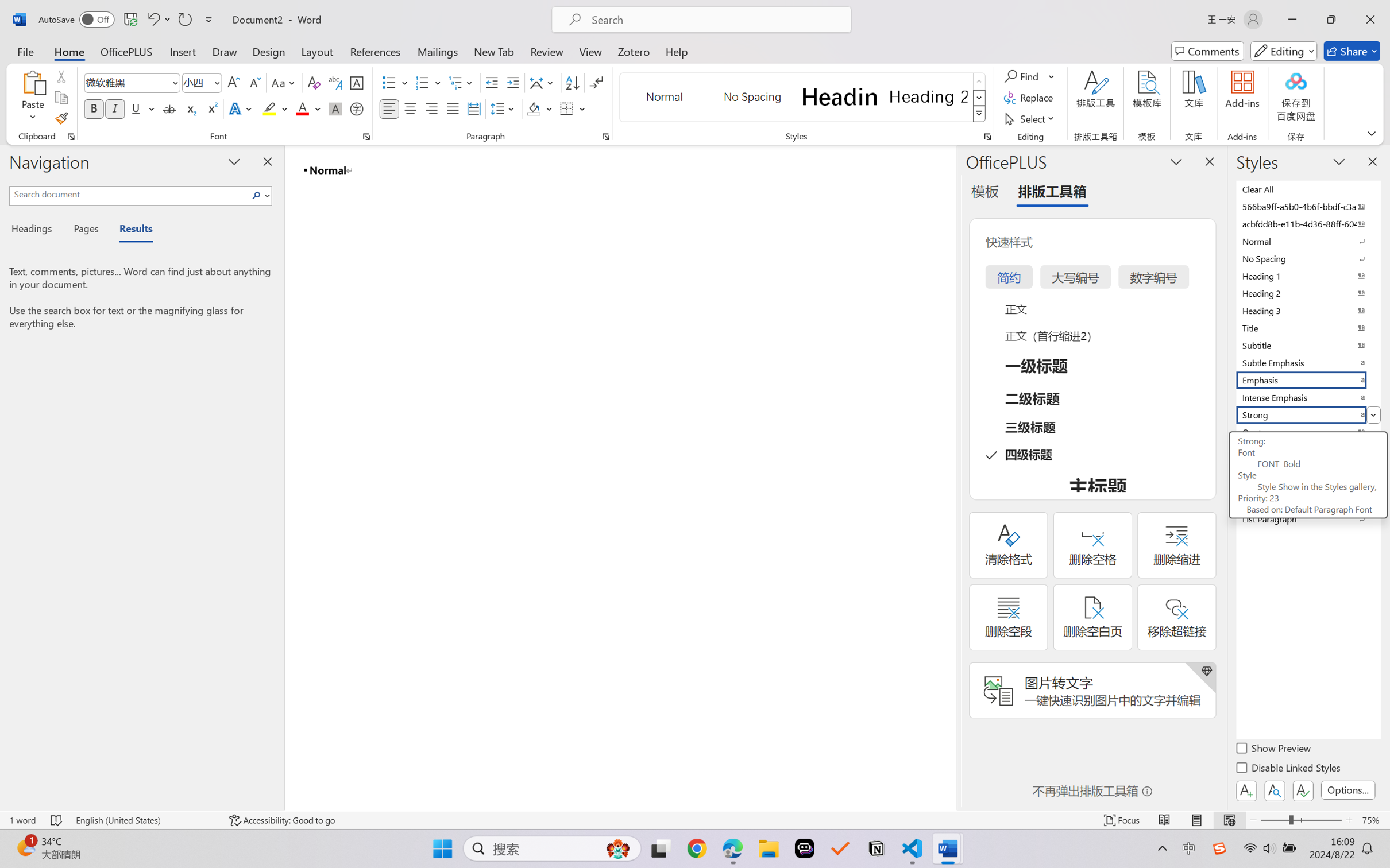 The height and width of the screenshot is (868, 1390). I want to click on '566ba9ff-a5b0-4b6f-bbdf-c3ab41993fc2', so click(1307, 206).